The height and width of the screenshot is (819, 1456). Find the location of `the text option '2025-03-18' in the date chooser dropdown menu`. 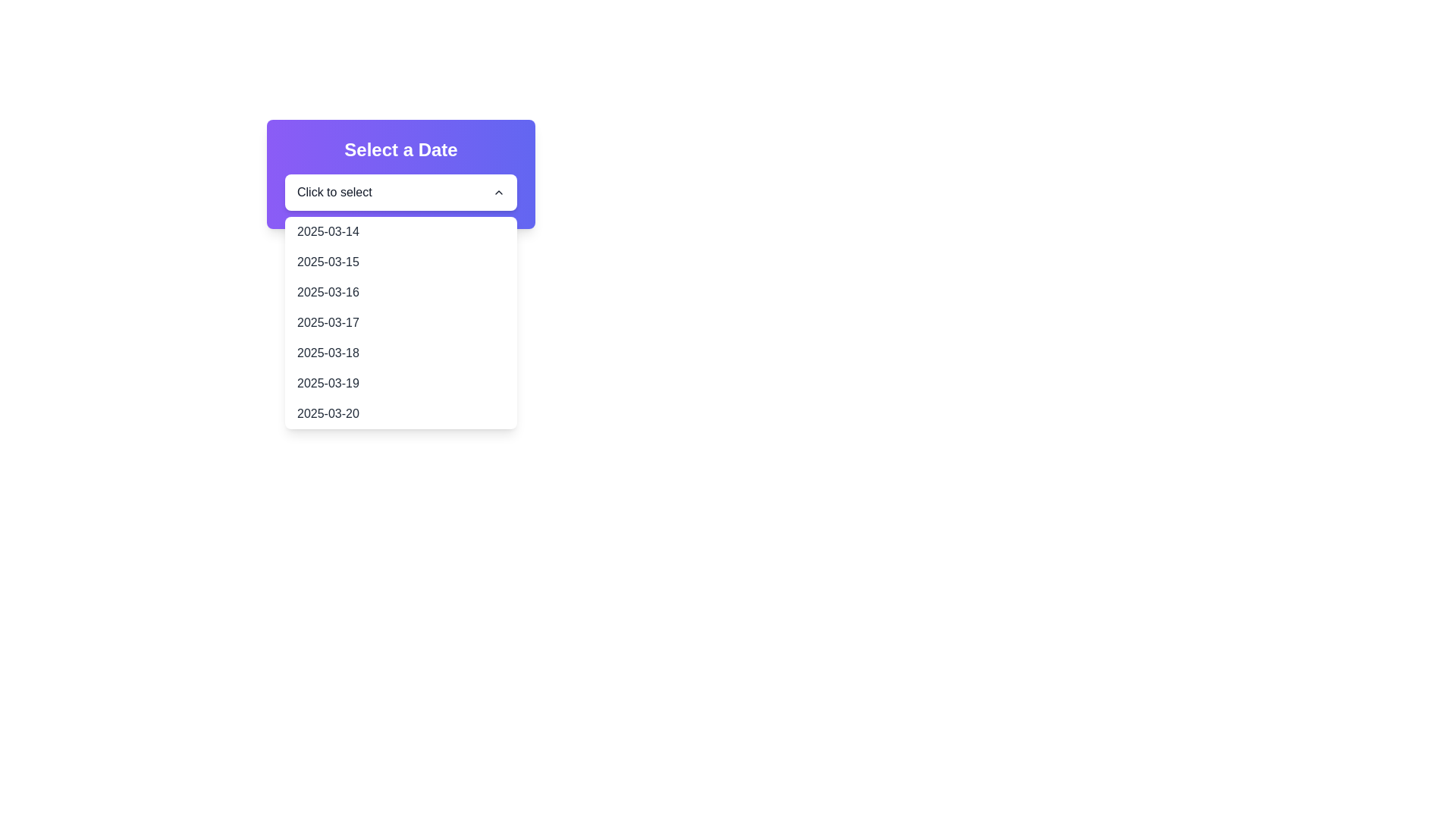

the text option '2025-03-18' in the date chooser dropdown menu is located at coordinates (327, 353).